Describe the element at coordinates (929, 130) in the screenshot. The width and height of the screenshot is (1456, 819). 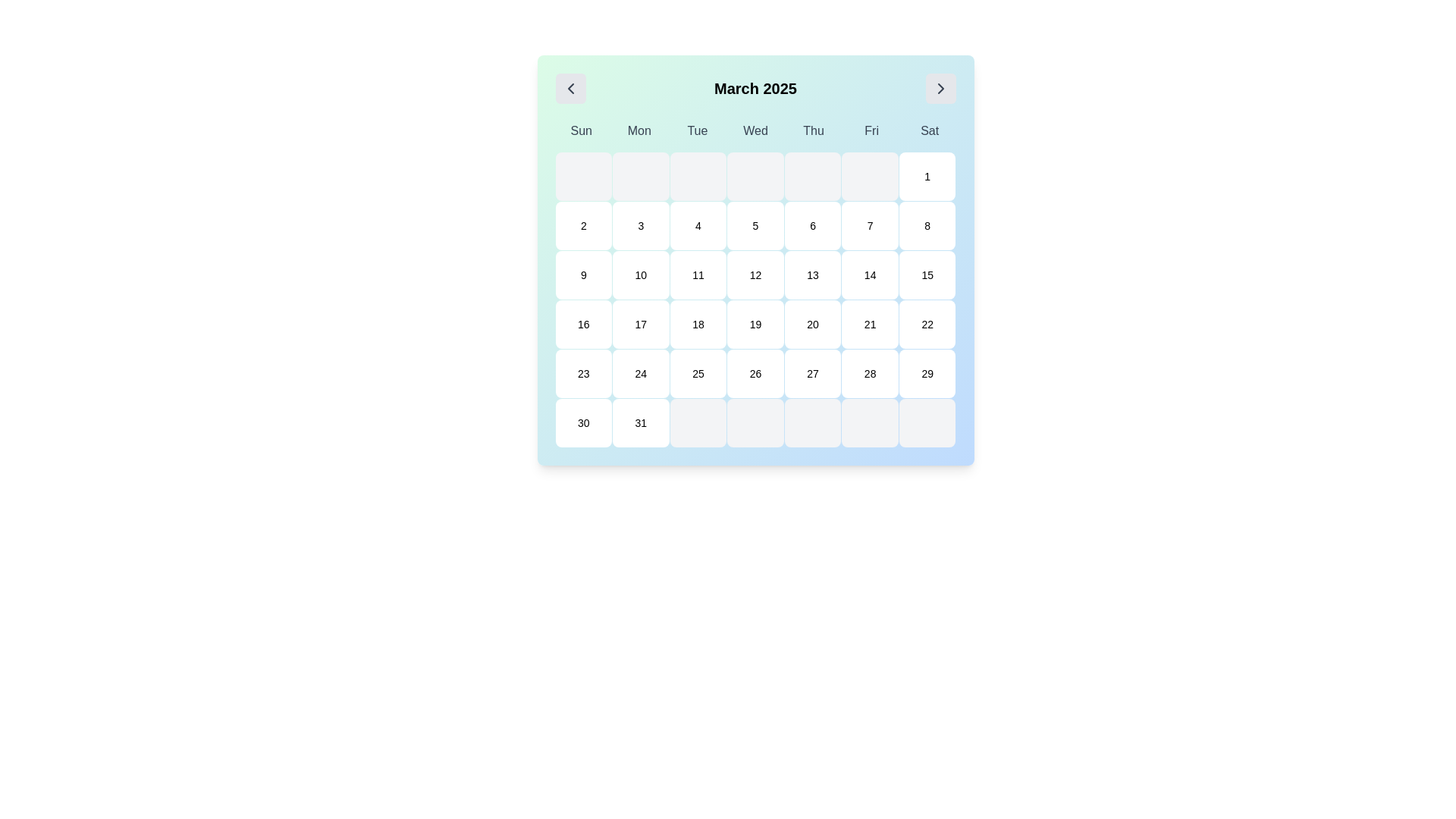
I see `the text label displaying 'Sat', which is the last item in a row of weekday names within a calendar interface, located at the top-right corner adjacent to 'Fri'` at that location.